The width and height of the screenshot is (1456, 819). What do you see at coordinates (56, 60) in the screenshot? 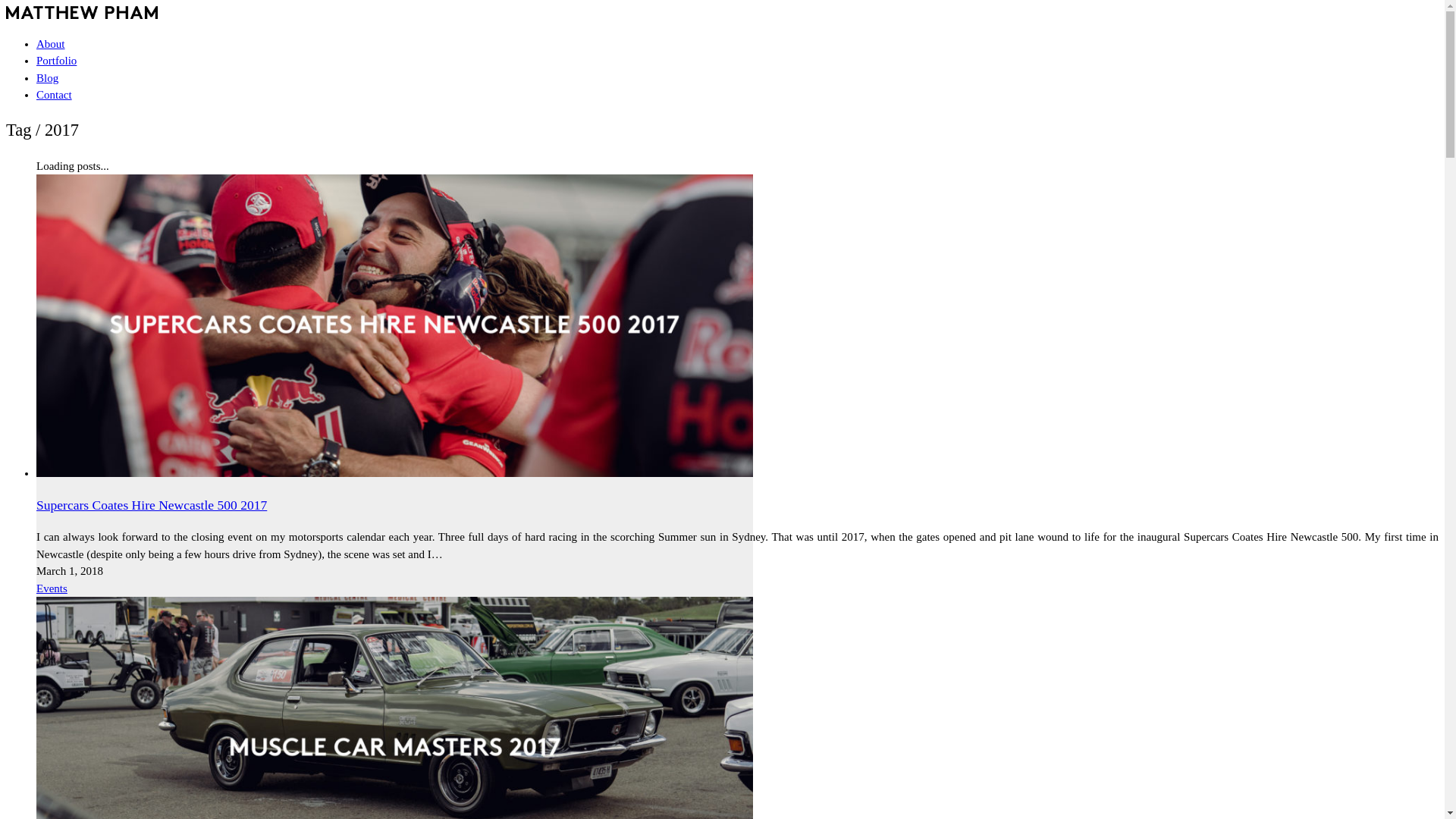
I see `'Portfolio'` at bounding box center [56, 60].